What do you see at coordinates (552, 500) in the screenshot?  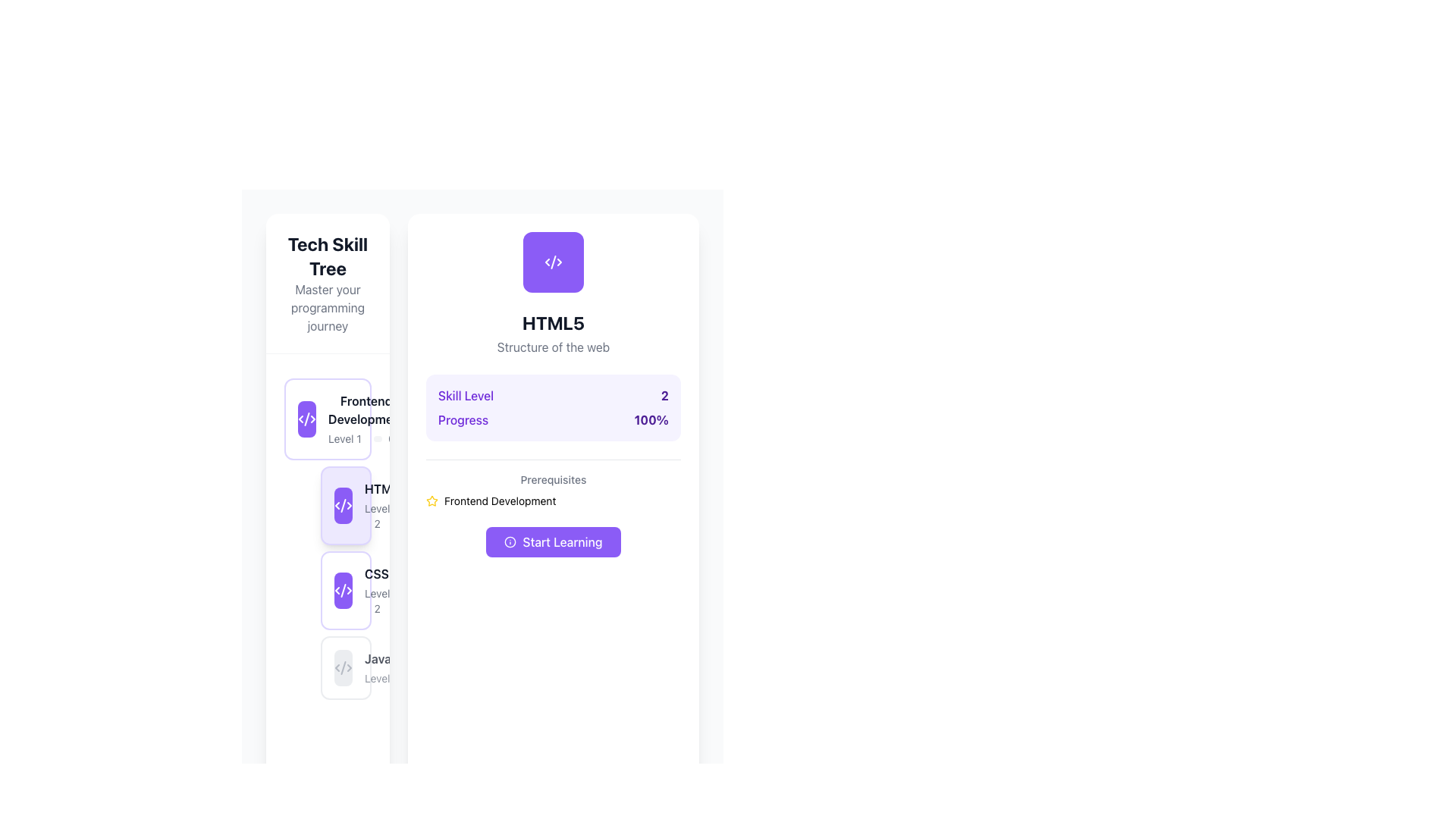 I see `text of the 'Frontend Development' label located in the prerequisites section of the HTML5 skill description card, which is the first listed prerequisite item` at bounding box center [552, 500].